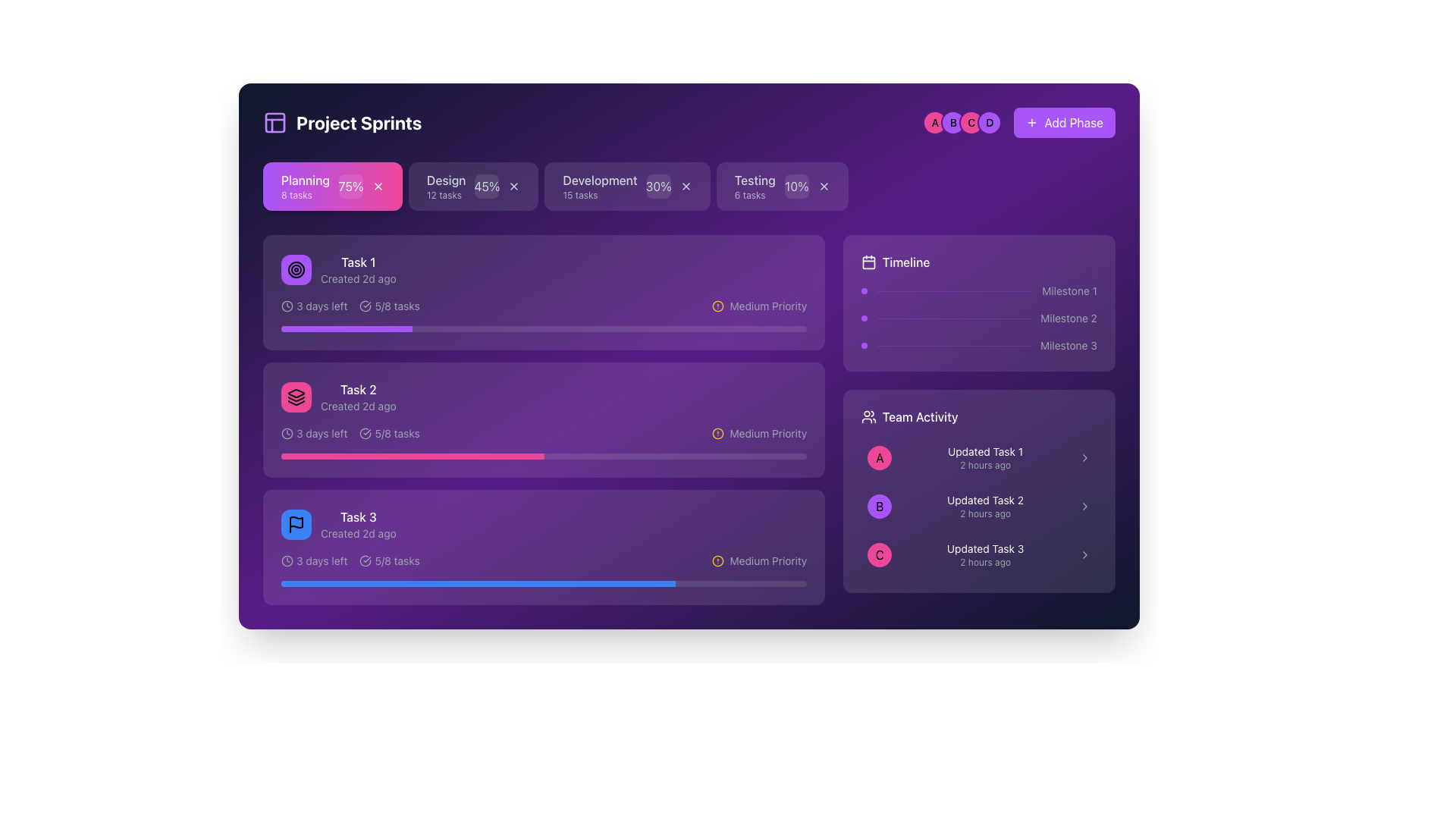 The height and width of the screenshot is (819, 1456). I want to click on the circular progress display indicating the status of the 'Planning' phase, located between the 'Planning 8 tasks' text and the interactive close icon, so click(350, 186).